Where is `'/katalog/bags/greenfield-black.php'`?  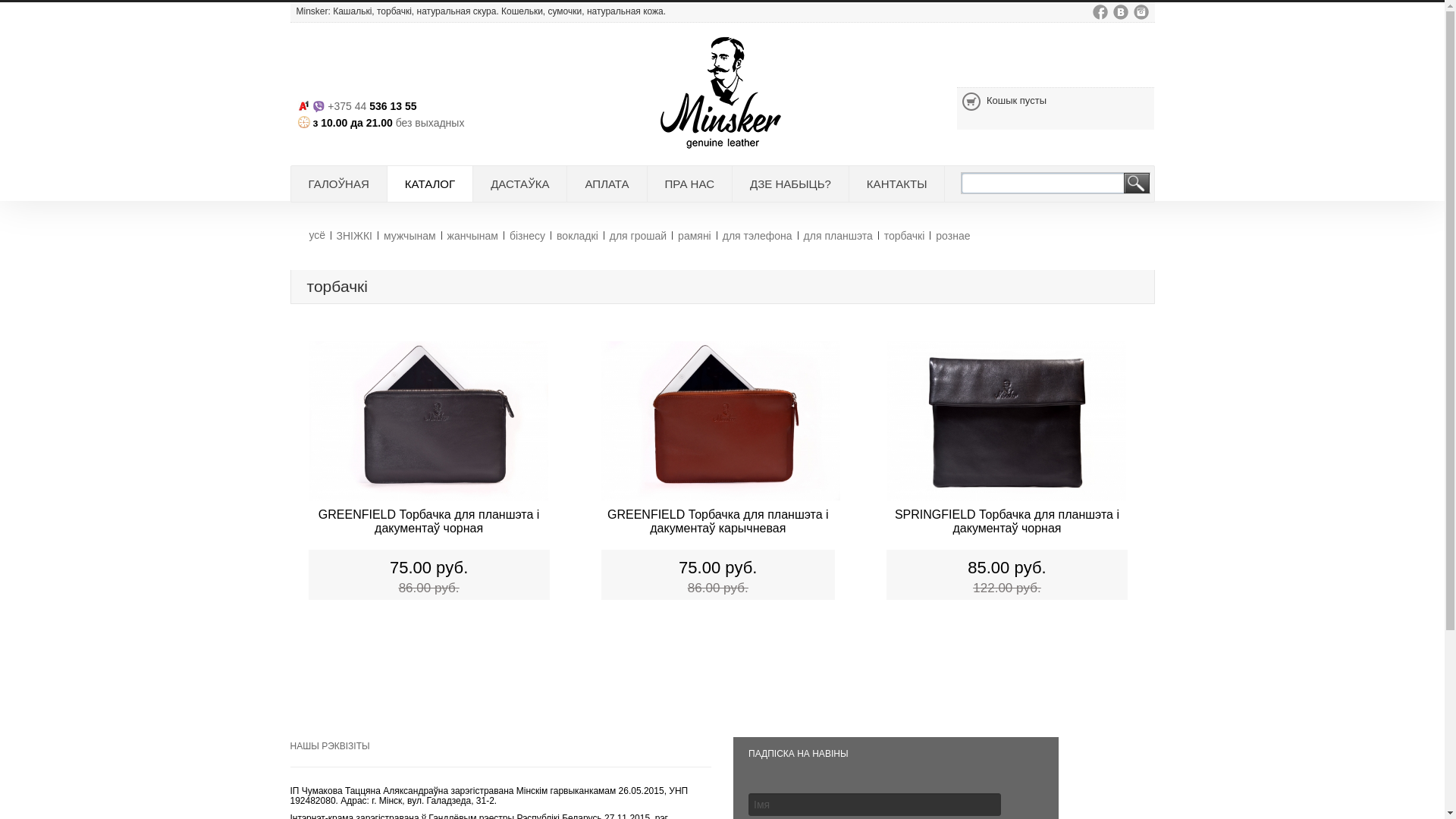 '/katalog/bags/greenfield-black.php' is located at coordinates (428, 423).